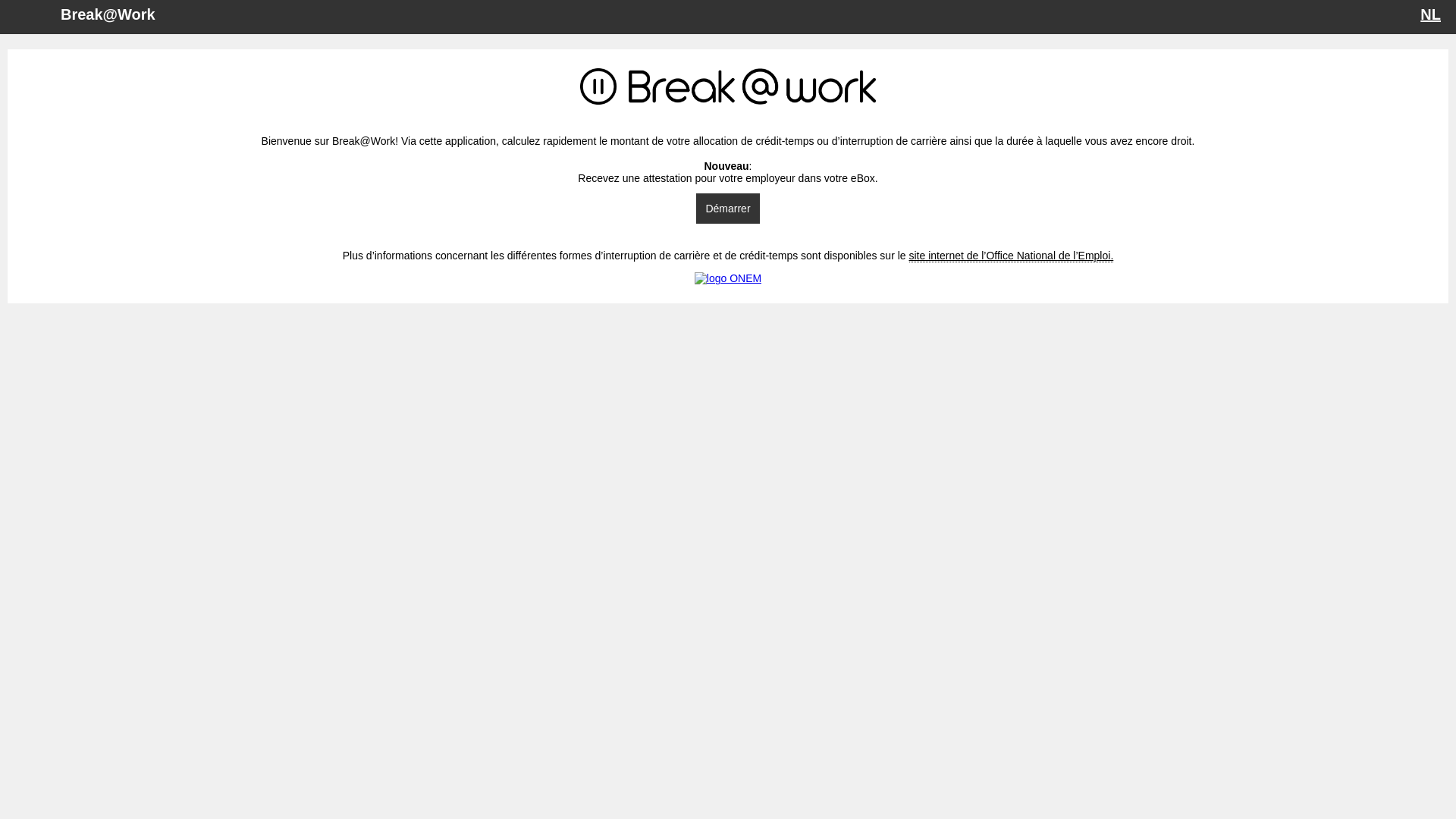 The width and height of the screenshot is (1456, 819). I want to click on 'NL', so click(1419, 14).